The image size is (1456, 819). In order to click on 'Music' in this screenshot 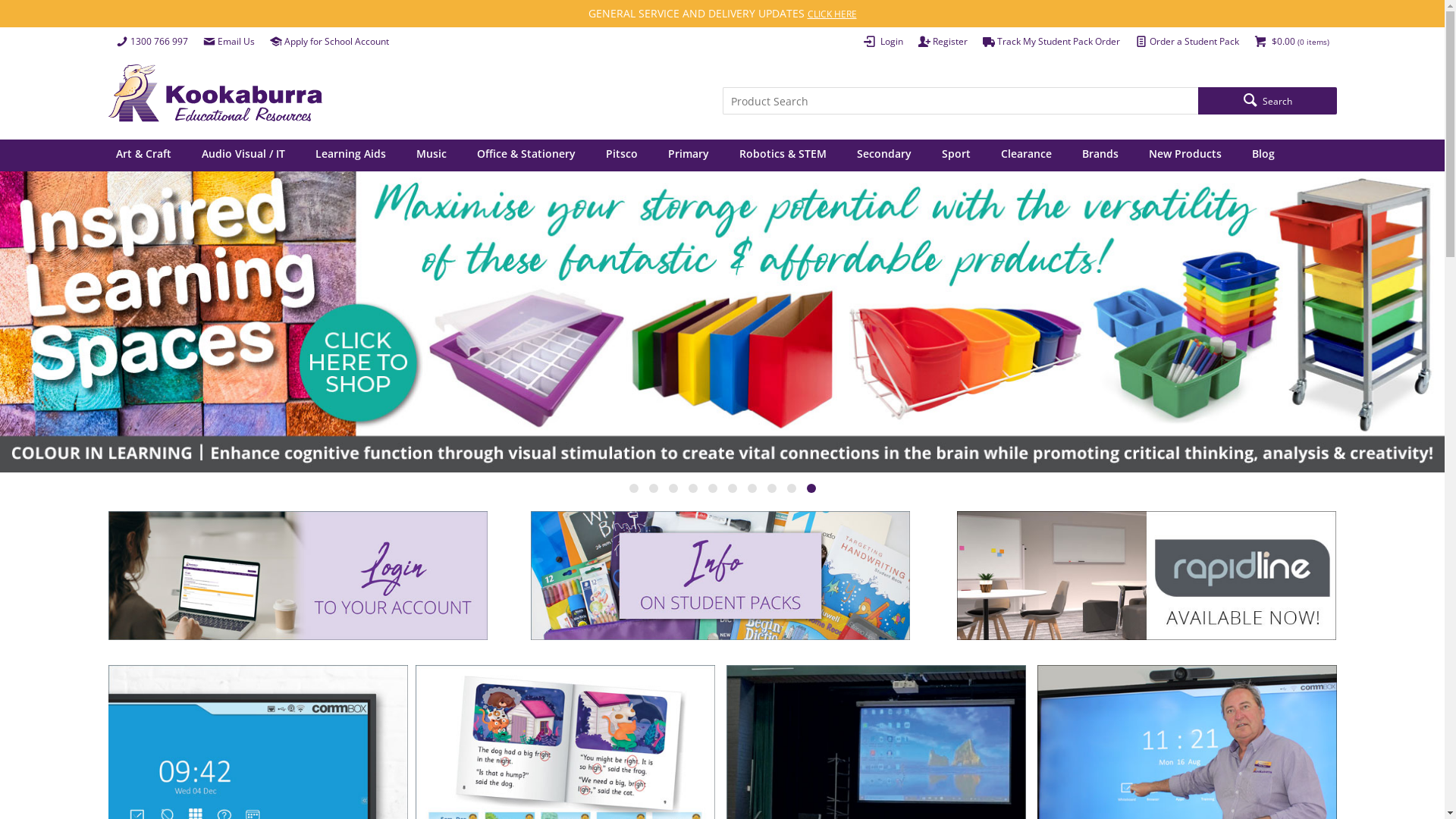, I will do `click(431, 155)`.